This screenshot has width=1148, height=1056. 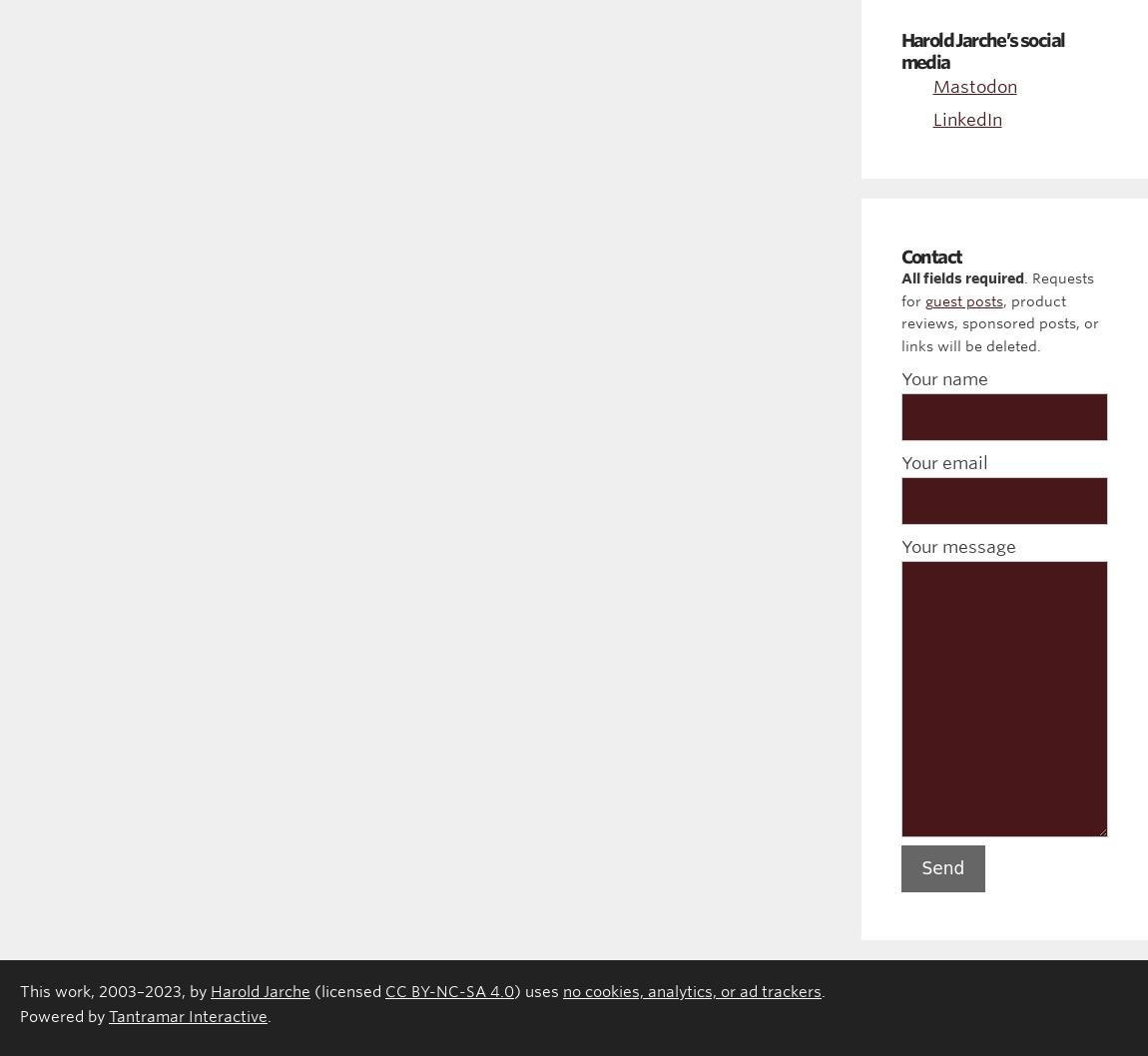 I want to click on 'Harold Jarche’s social media', so click(x=982, y=50).